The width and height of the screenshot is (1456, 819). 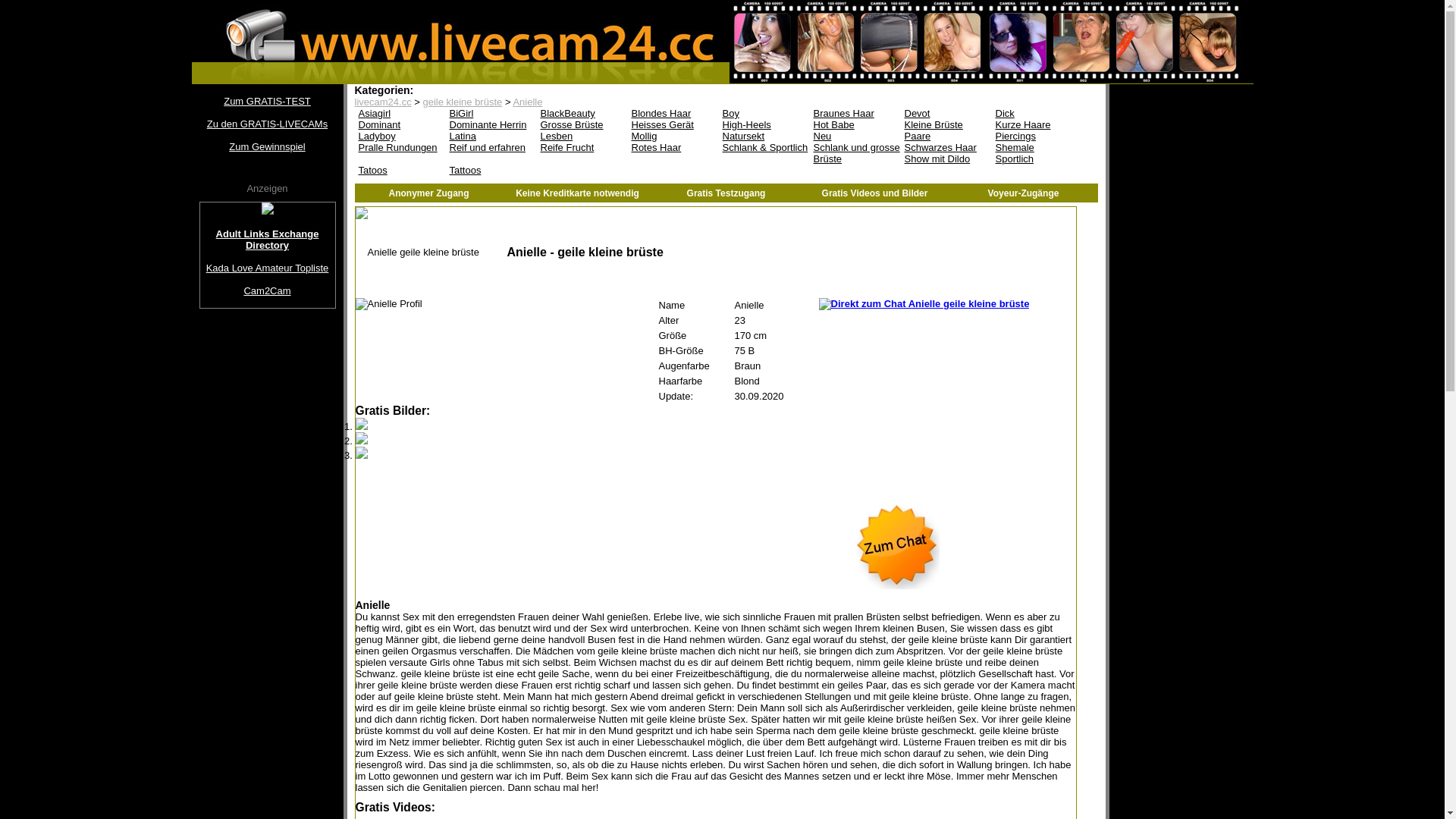 I want to click on 'Reif und erfahren', so click(x=491, y=147).